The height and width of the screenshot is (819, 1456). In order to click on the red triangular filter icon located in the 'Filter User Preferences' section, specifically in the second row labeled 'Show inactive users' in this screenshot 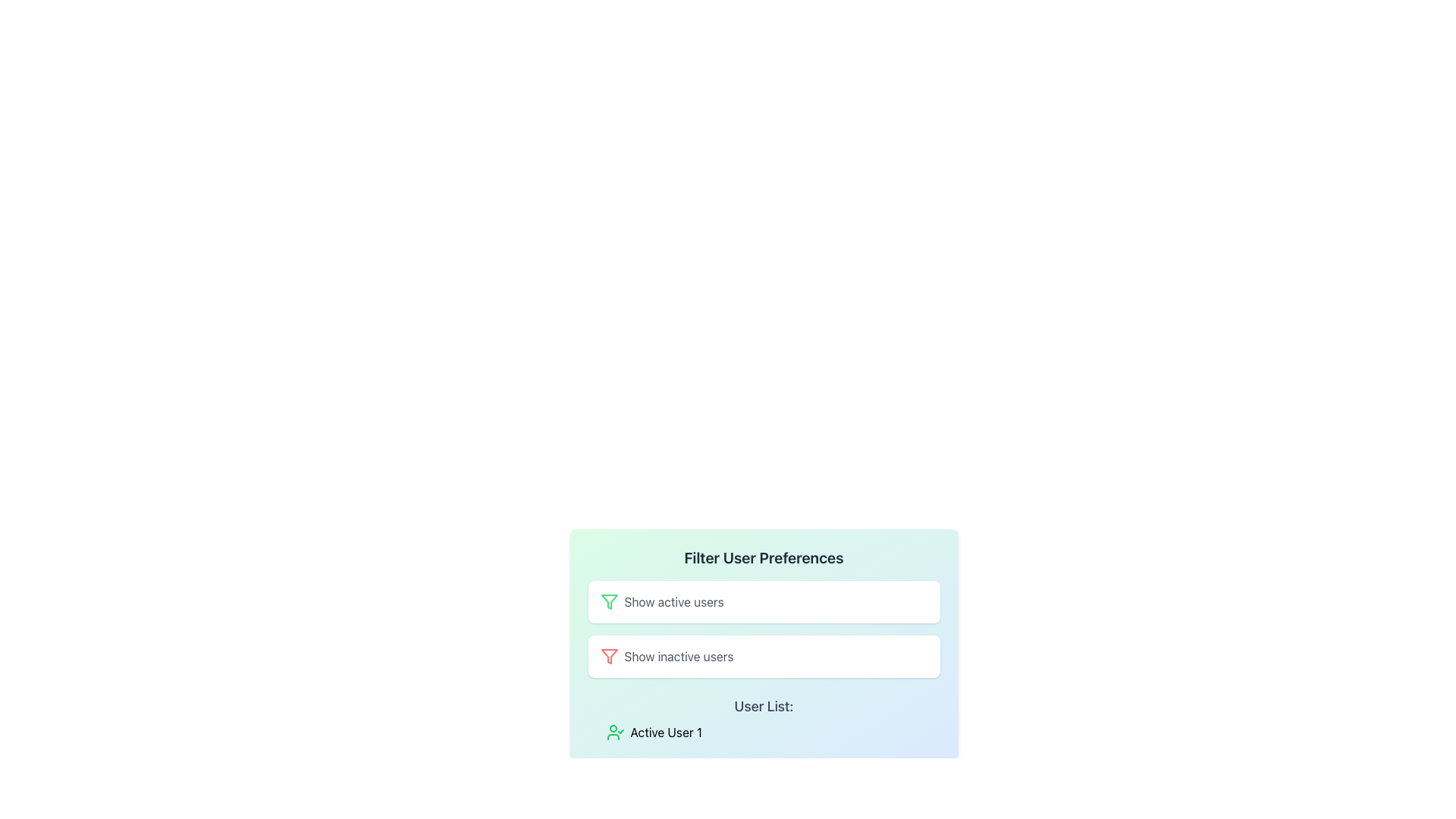, I will do `click(609, 656)`.